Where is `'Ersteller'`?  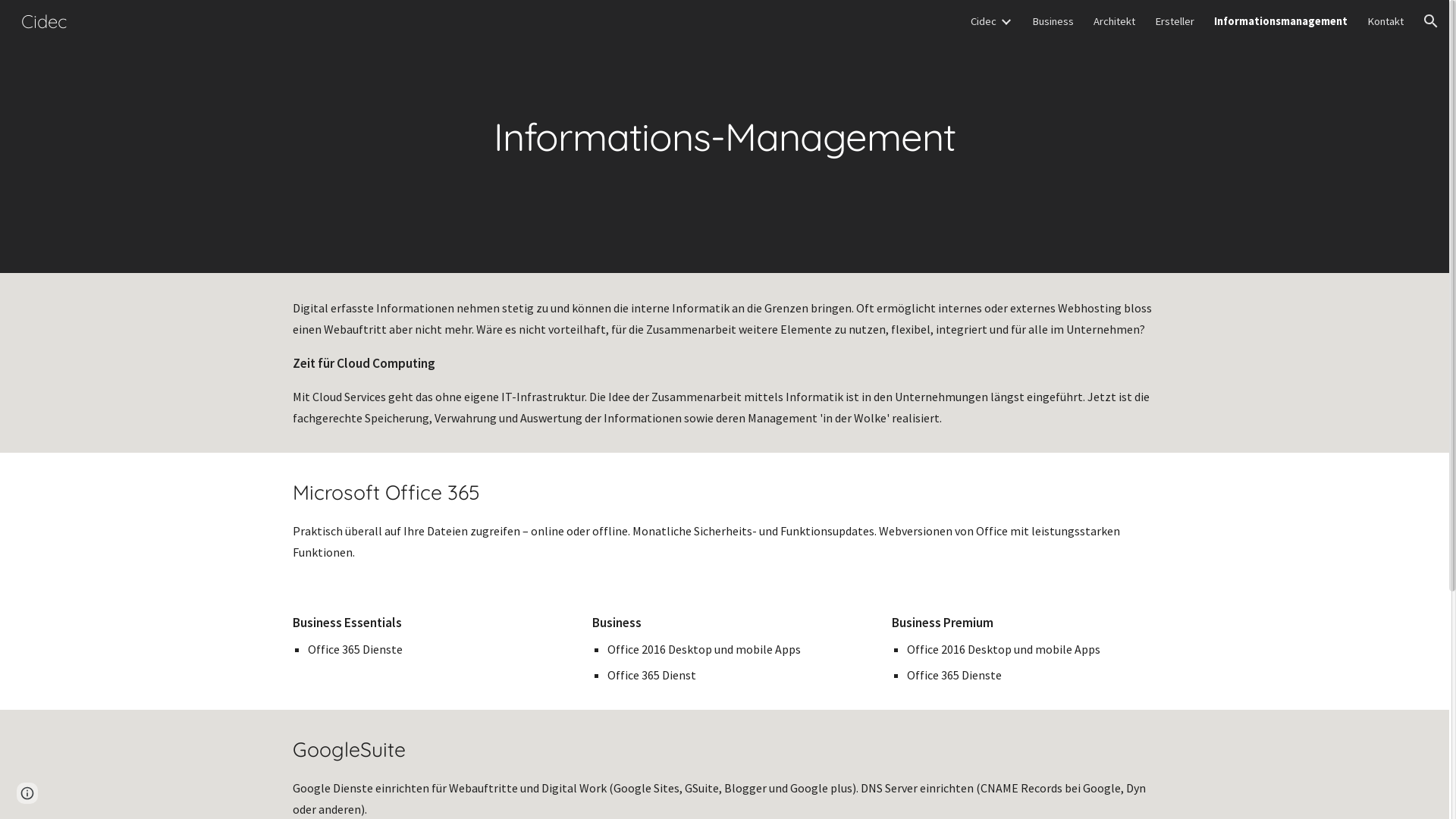
'Ersteller' is located at coordinates (1174, 20).